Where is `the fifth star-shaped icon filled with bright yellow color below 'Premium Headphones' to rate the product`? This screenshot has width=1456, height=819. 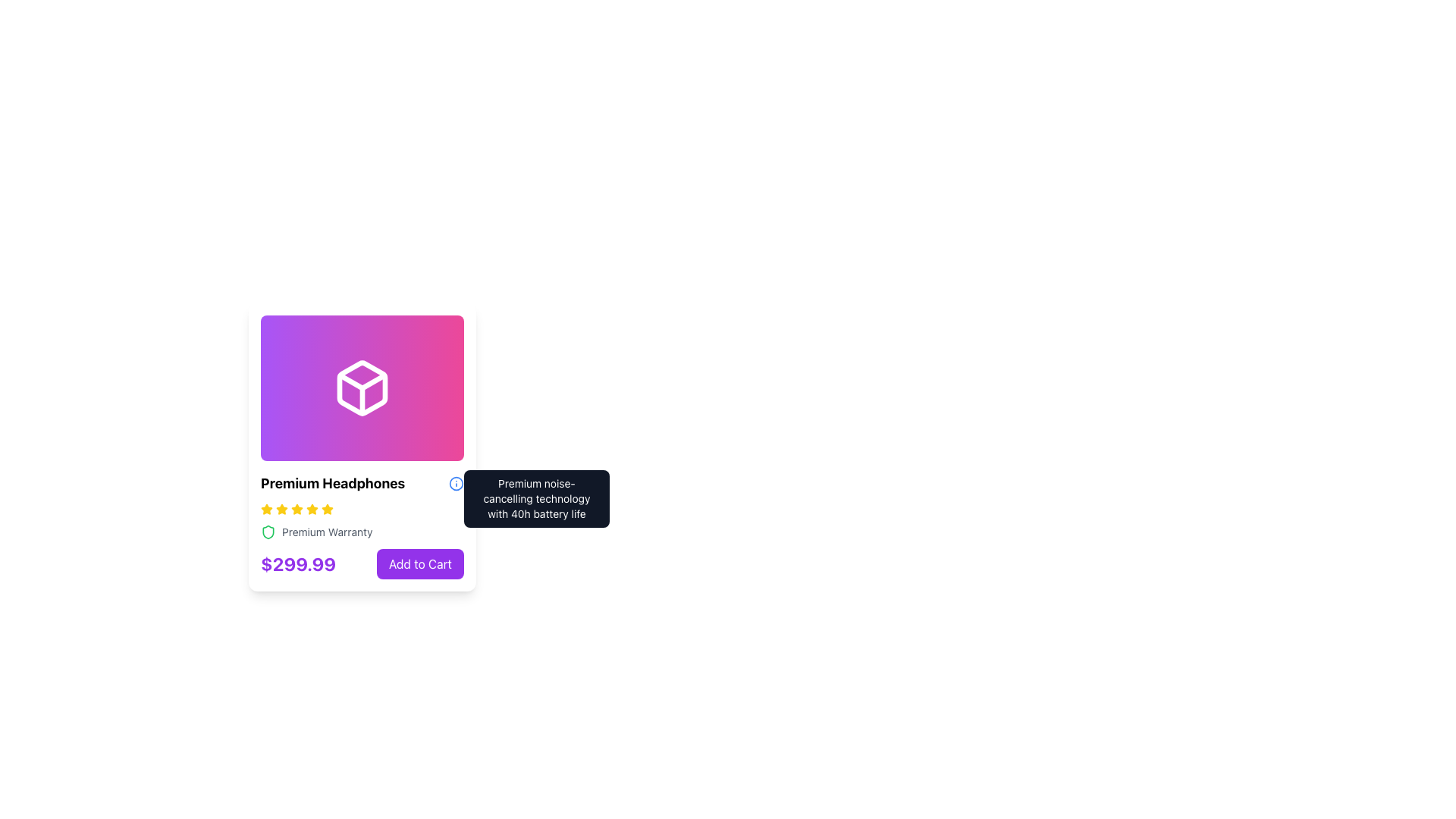
the fifth star-shaped icon filled with bright yellow color below 'Premium Headphones' to rate the product is located at coordinates (312, 509).